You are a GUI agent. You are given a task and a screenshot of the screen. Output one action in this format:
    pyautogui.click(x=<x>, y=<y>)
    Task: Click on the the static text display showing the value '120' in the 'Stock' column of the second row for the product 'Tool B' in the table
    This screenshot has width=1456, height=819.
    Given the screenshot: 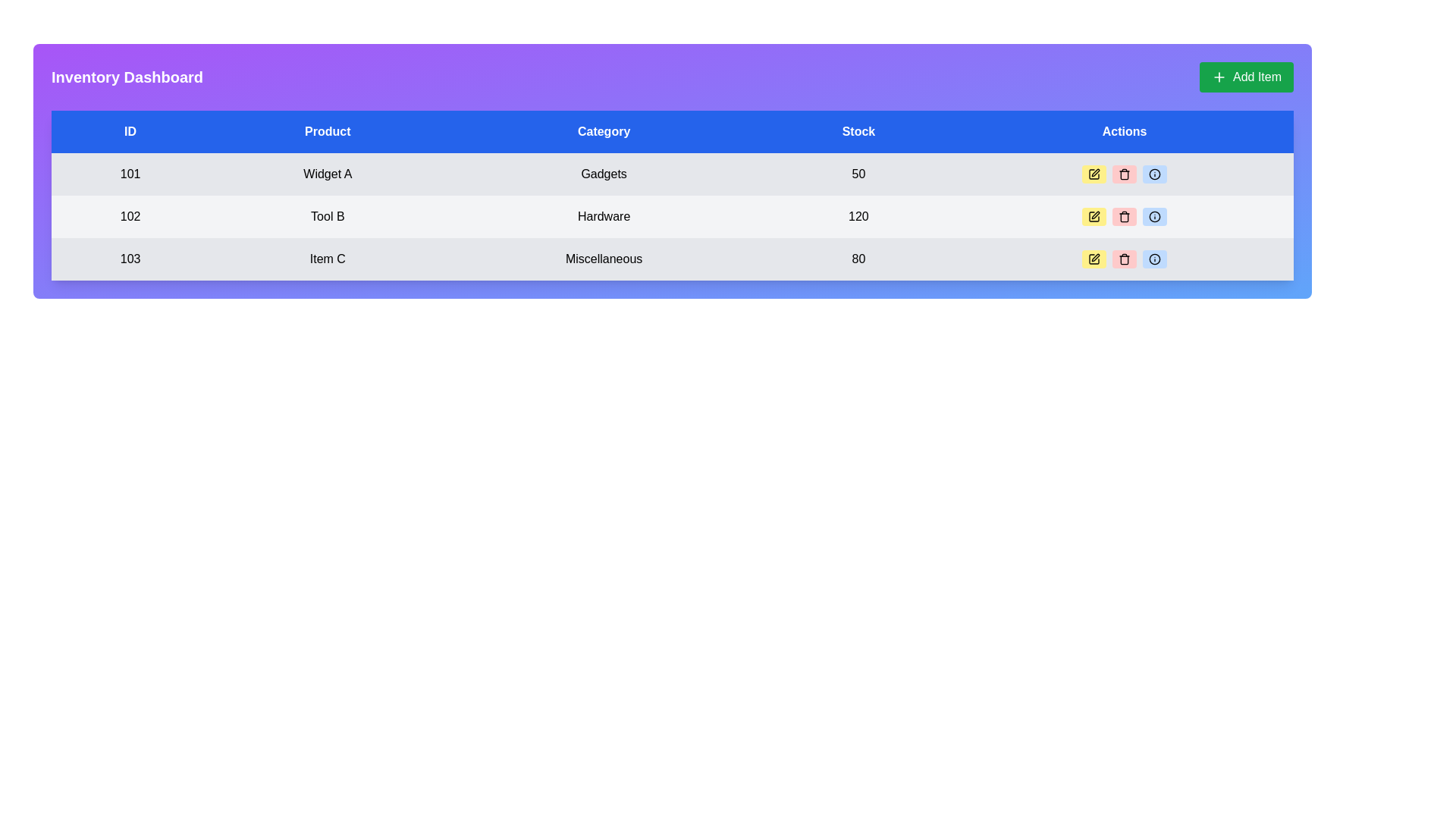 What is the action you would take?
    pyautogui.click(x=858, y=216)
    